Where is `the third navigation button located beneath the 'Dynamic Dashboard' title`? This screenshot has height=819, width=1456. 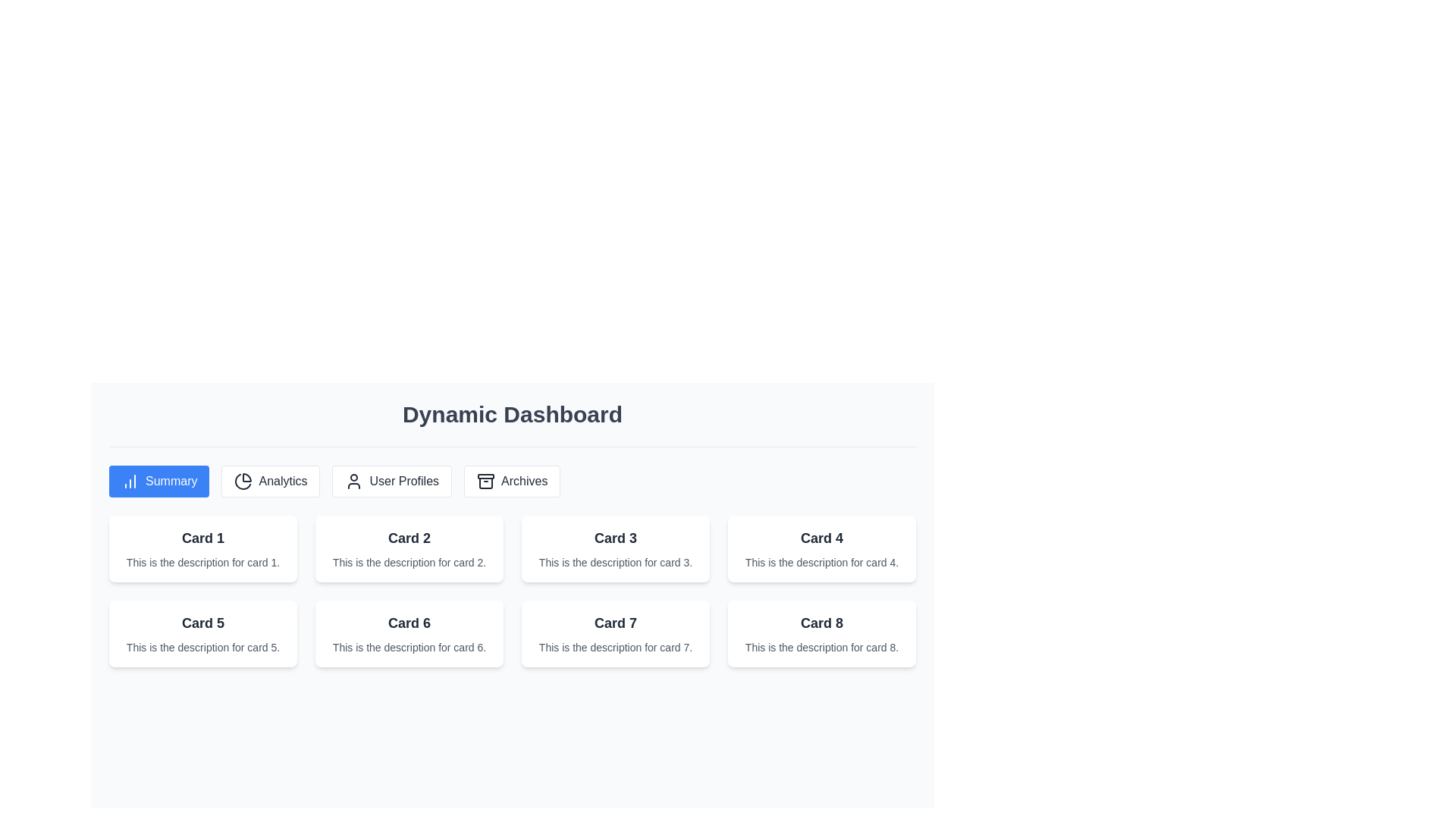 the third navigation button located beneath the 'Dynamic Dashboard' title is located at coordinates (392, 482).